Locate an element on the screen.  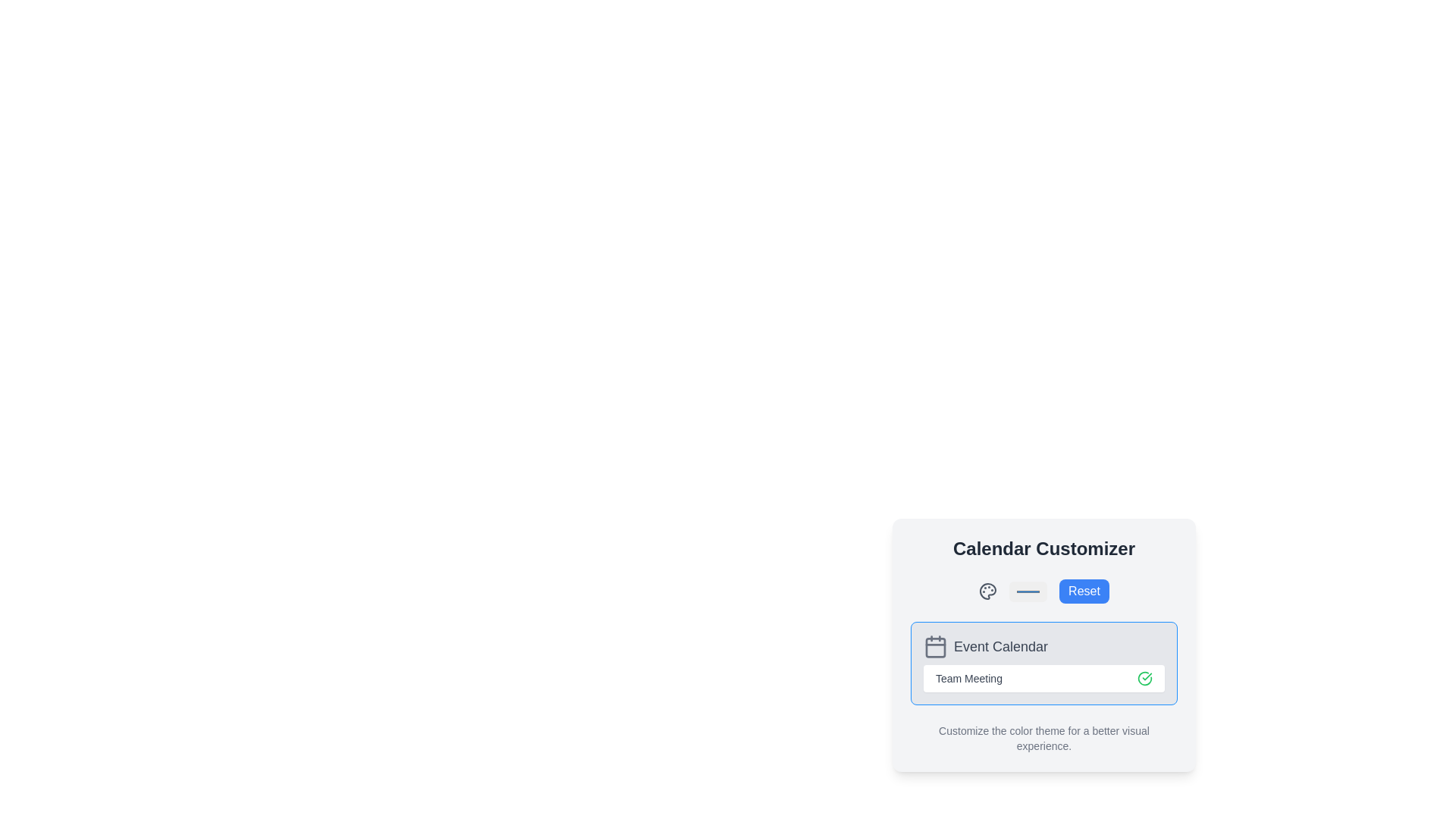
the blue rectangular color picker located near the top of the 'Calendar Customizer' panel is located at coordinates (1028, 590).